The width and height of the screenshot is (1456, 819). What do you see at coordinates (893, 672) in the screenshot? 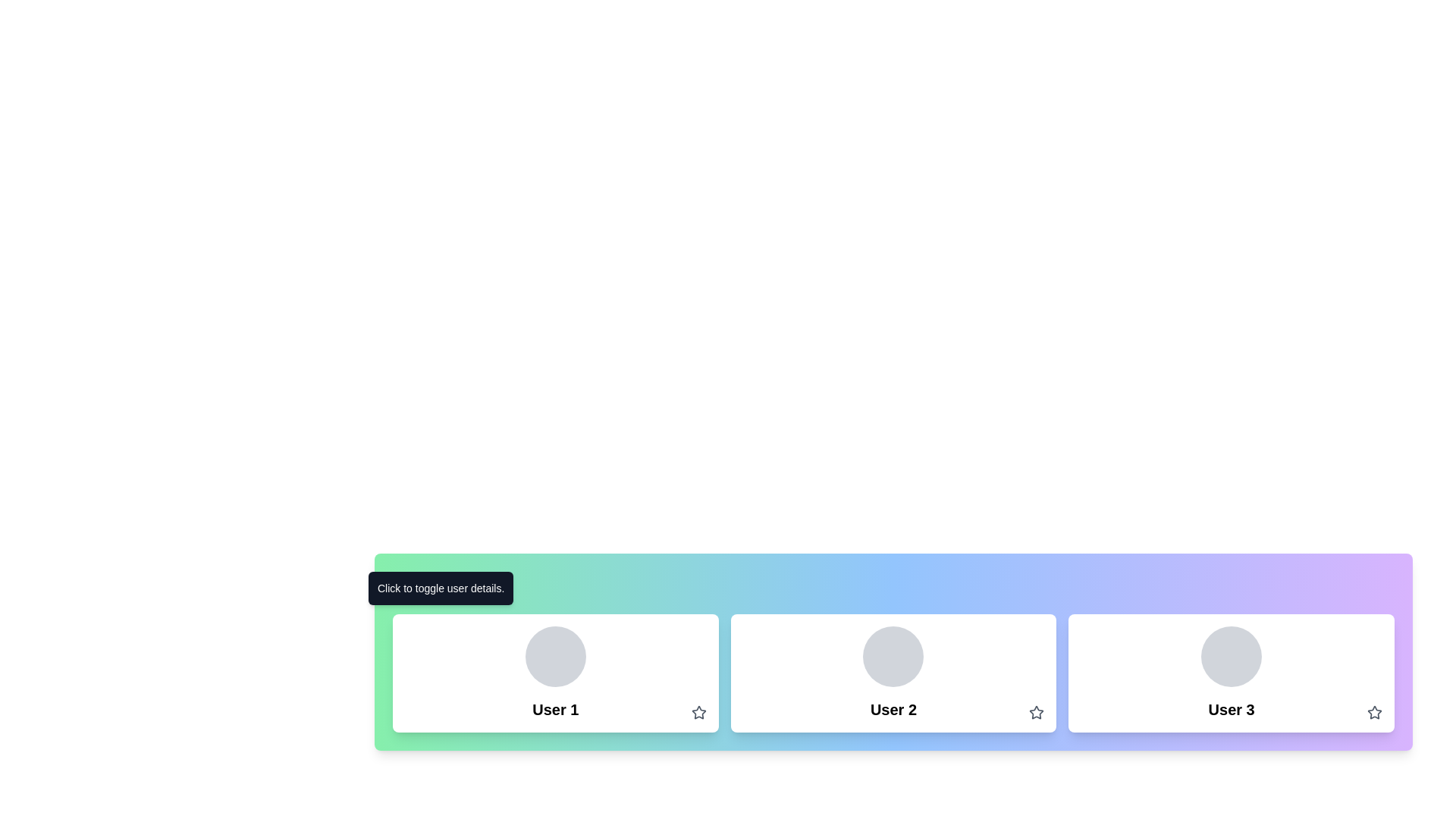
I see `the user profile summary card, which is the second card in a horizontal group of three cards, identified visually by the user's name and an image placeholder` at bounding box center [893, 672].